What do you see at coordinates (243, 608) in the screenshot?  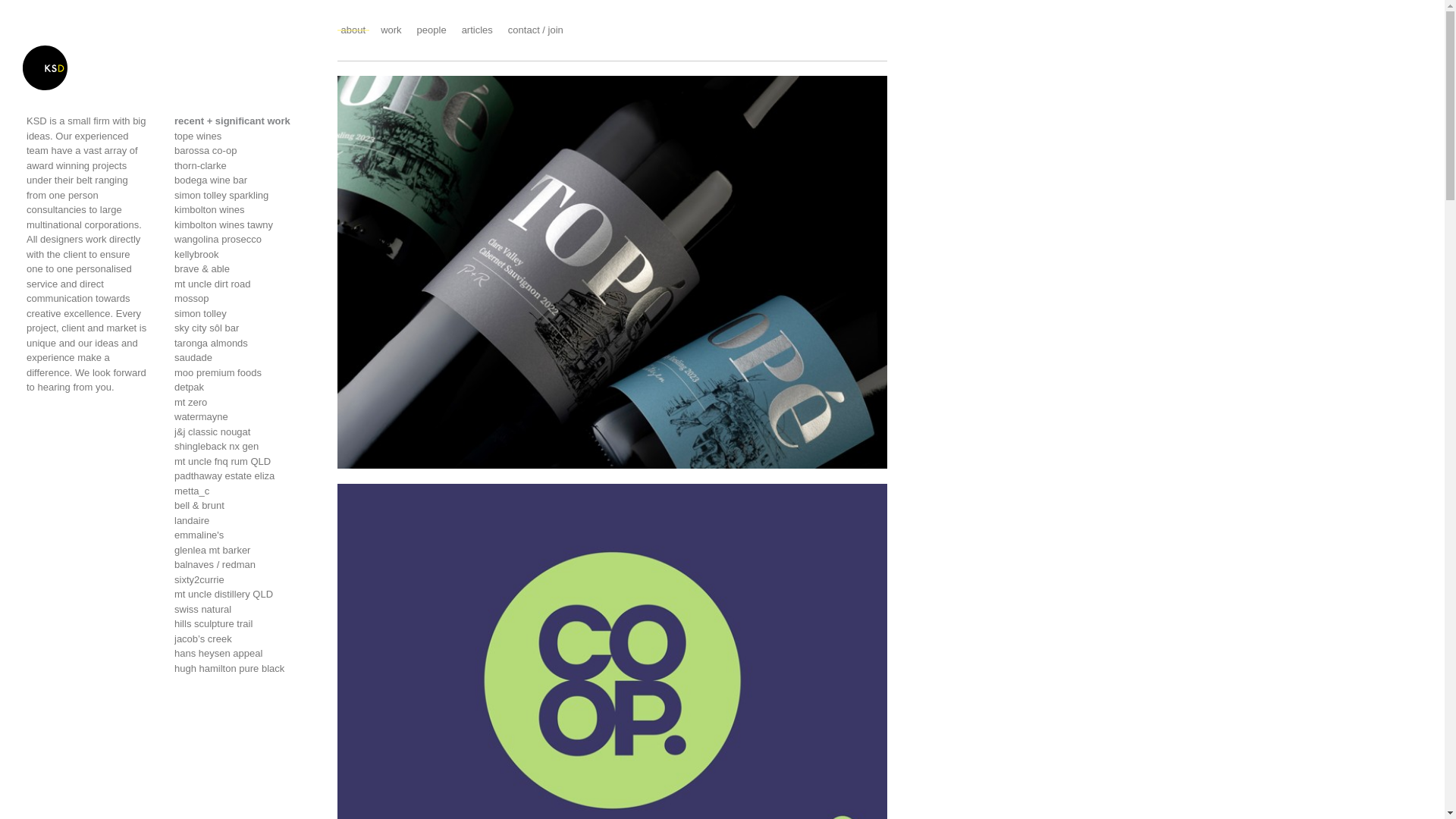 I see `'swiss natural'` at bounding box center [243, 608].